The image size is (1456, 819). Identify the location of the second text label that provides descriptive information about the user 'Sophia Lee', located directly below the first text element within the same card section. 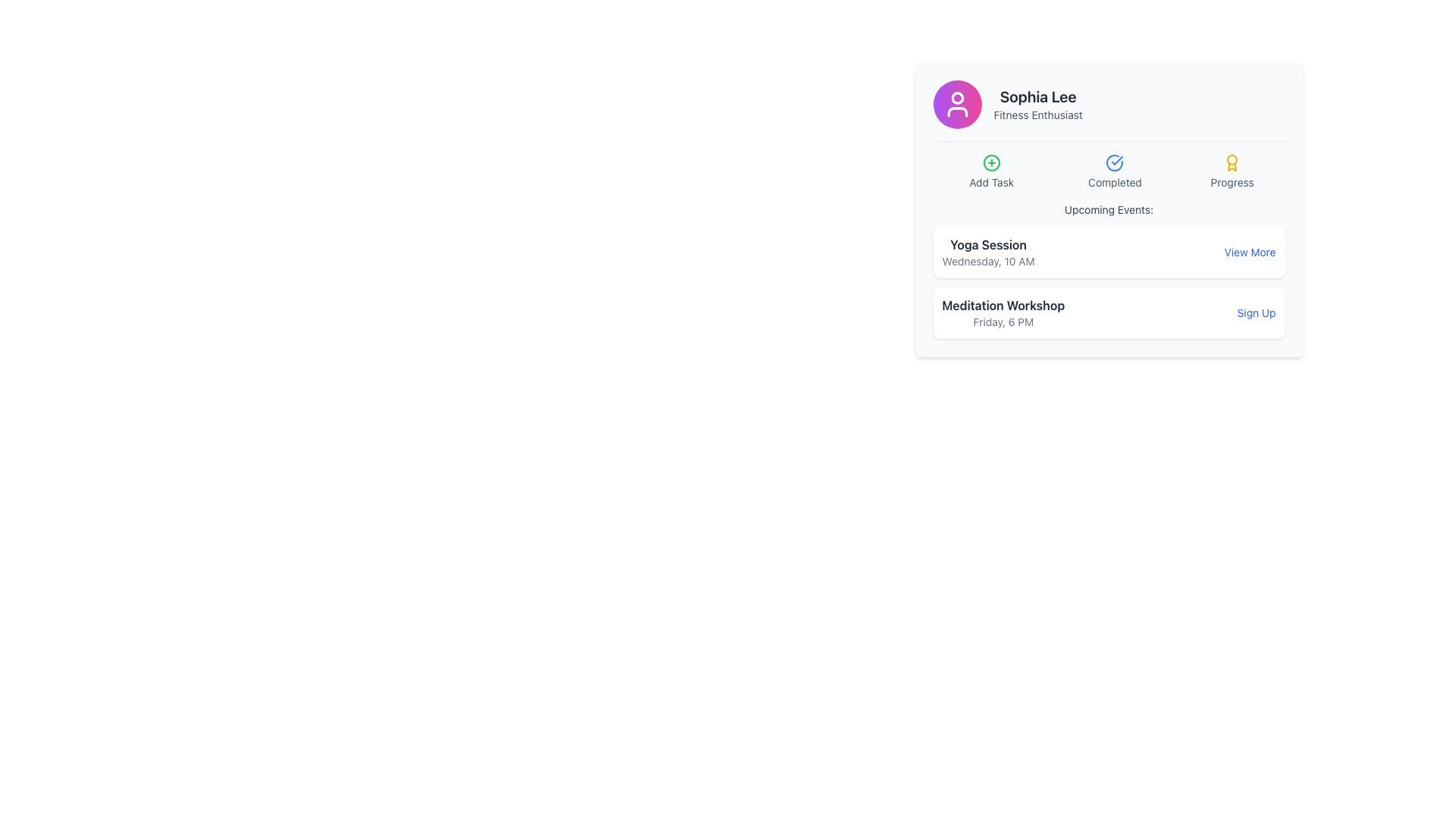
(1037, 114).